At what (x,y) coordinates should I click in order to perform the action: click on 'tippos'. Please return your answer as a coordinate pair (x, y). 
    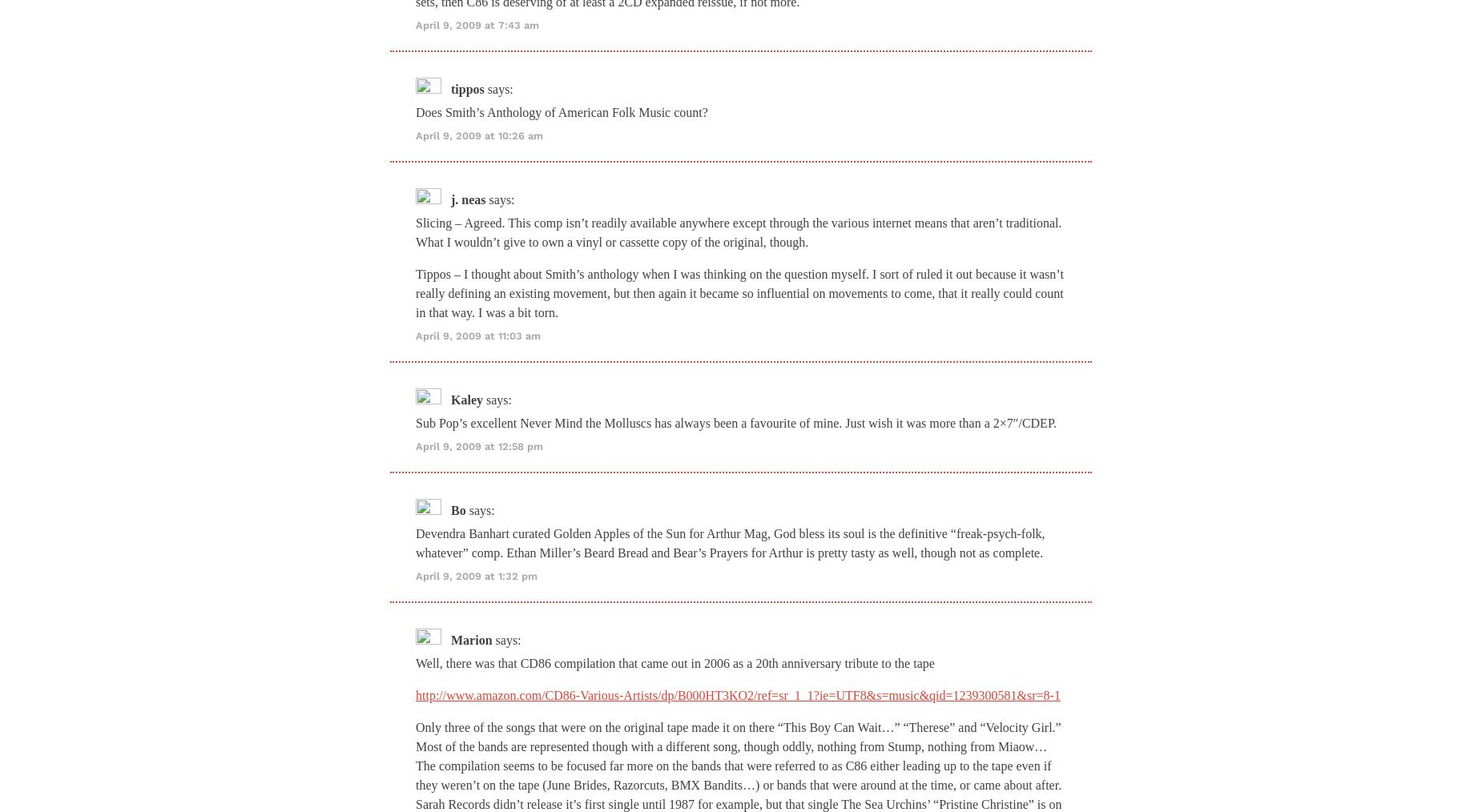
    Looking at the image, I should click on (467, 88).